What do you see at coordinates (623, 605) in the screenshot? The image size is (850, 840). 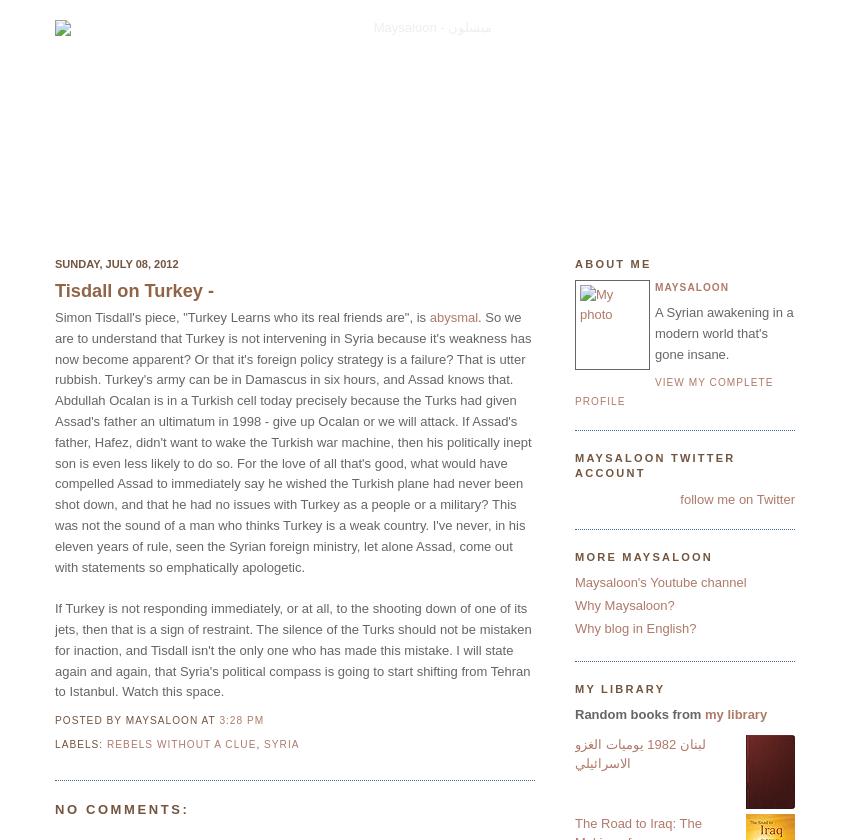 I see `'Why Maysaloon?'` at bounding box center [623, 605].